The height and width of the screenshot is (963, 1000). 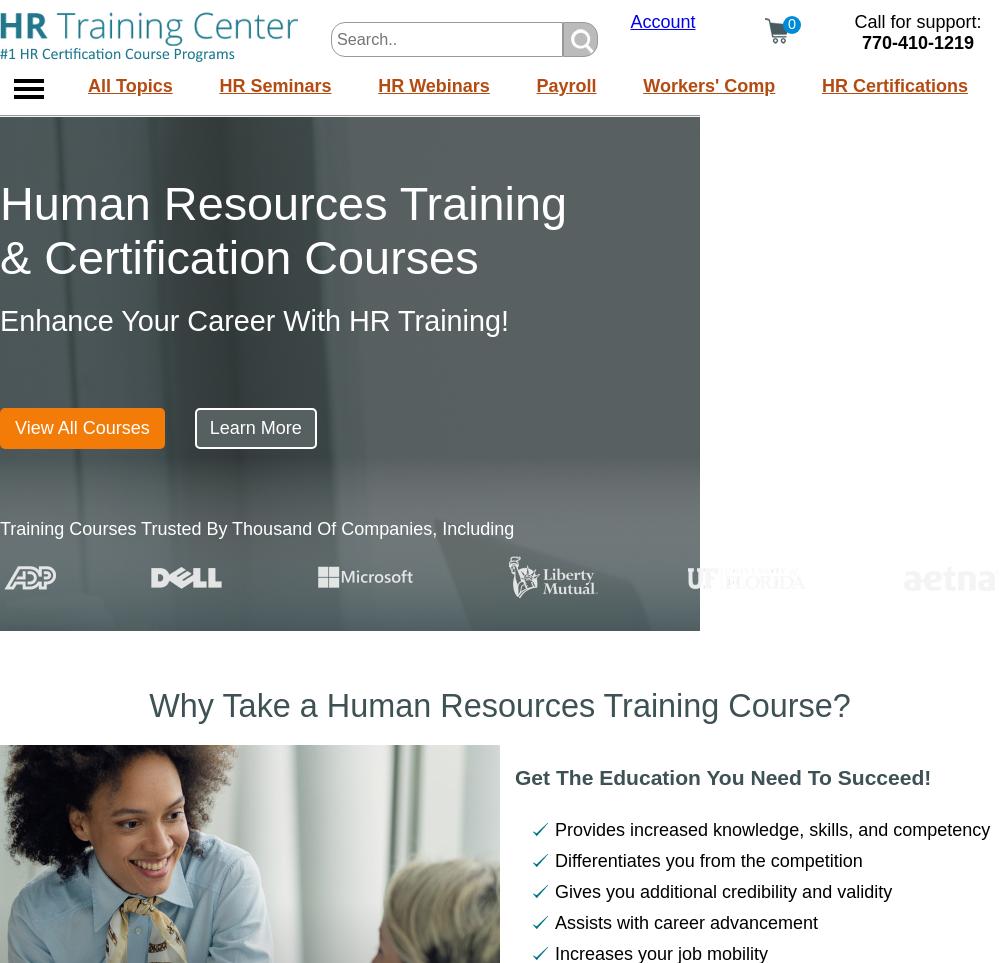 I want to click on 'View All Courses', so click(x=81, y=427).